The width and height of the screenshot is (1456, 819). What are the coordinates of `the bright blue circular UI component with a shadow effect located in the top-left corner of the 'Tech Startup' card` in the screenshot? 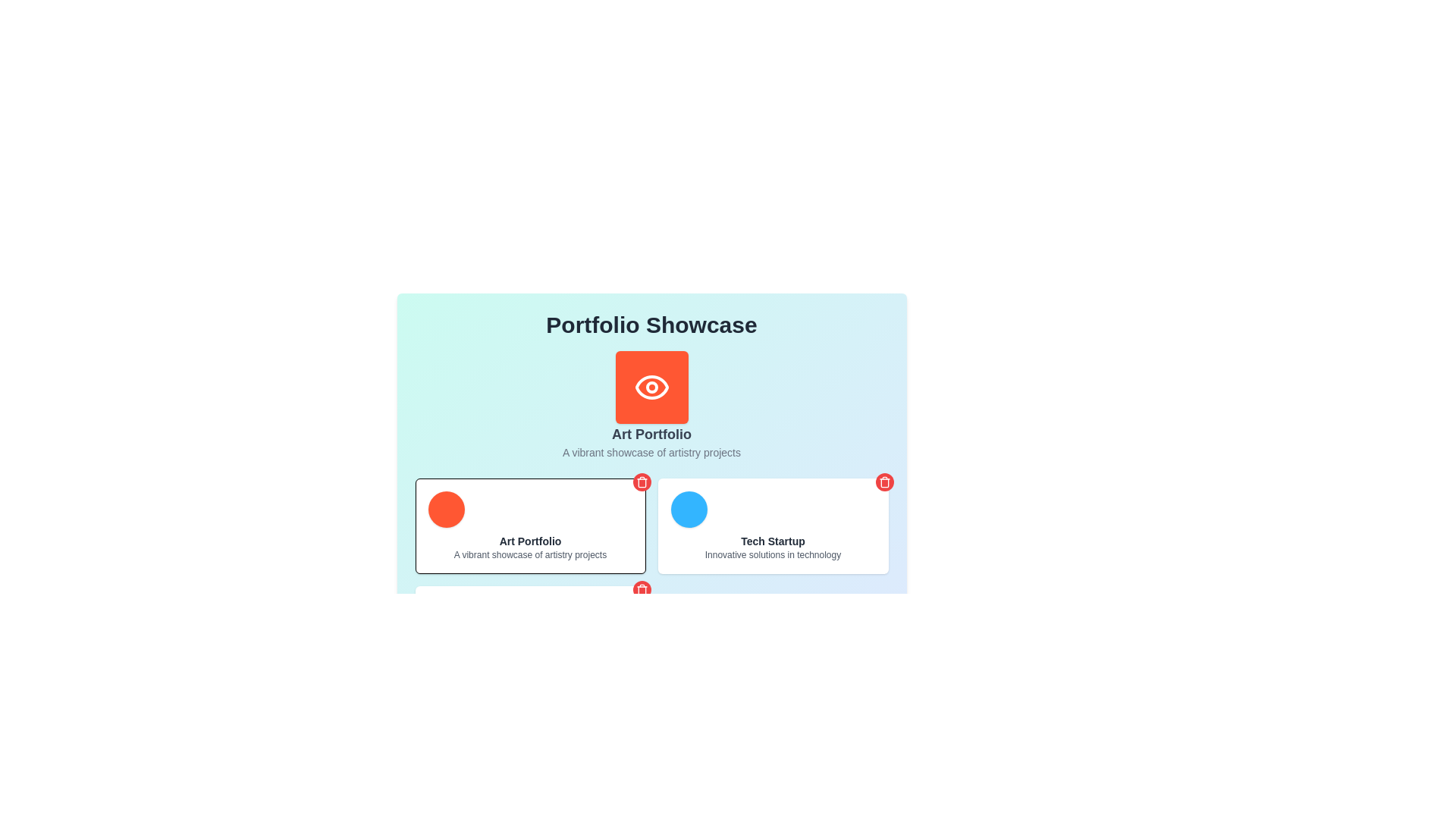 It's located at (688, 509).